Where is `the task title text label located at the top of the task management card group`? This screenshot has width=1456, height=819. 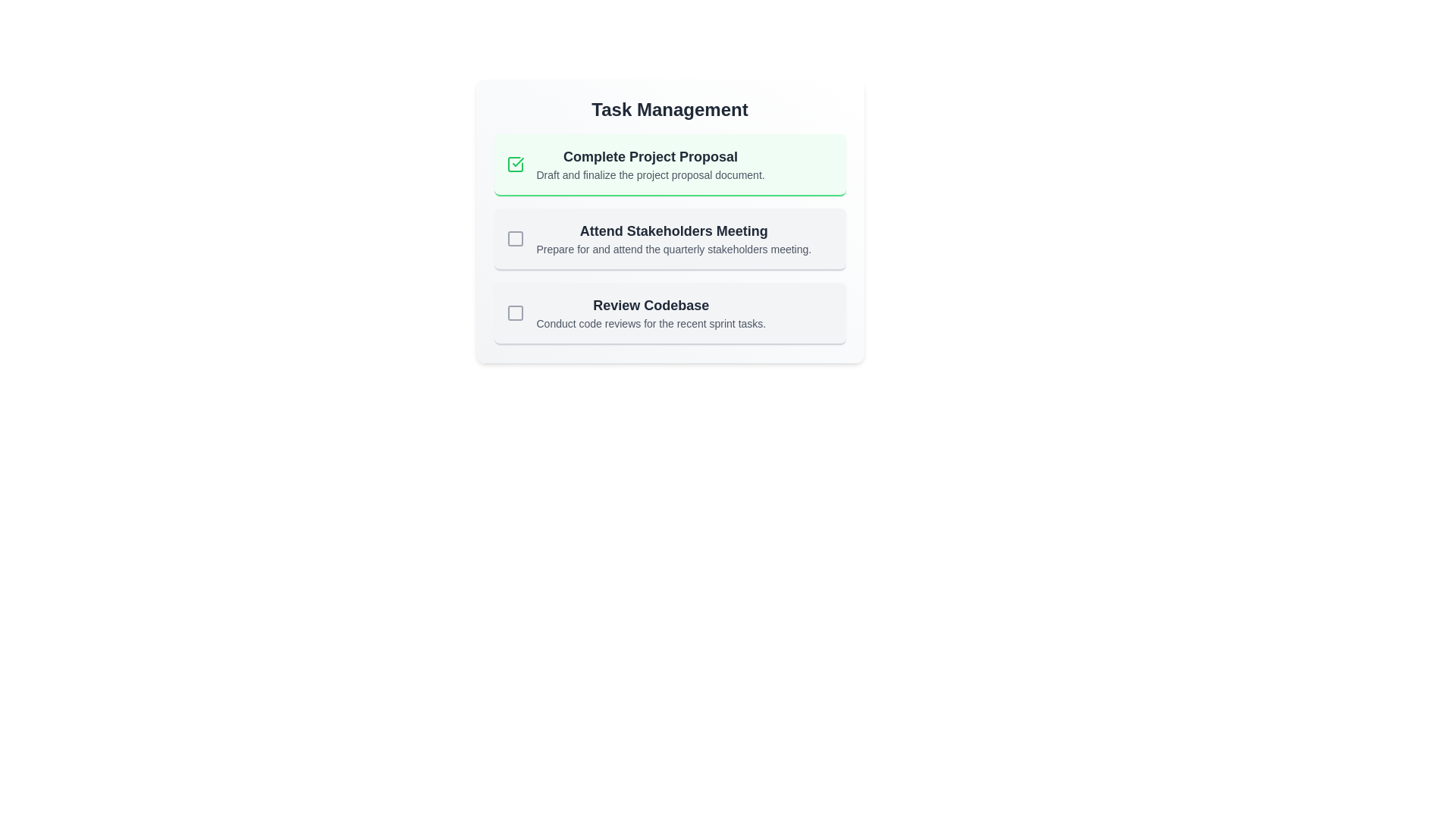 the task title text label located at the top of the task management card group is located at coordinates (651, 157).